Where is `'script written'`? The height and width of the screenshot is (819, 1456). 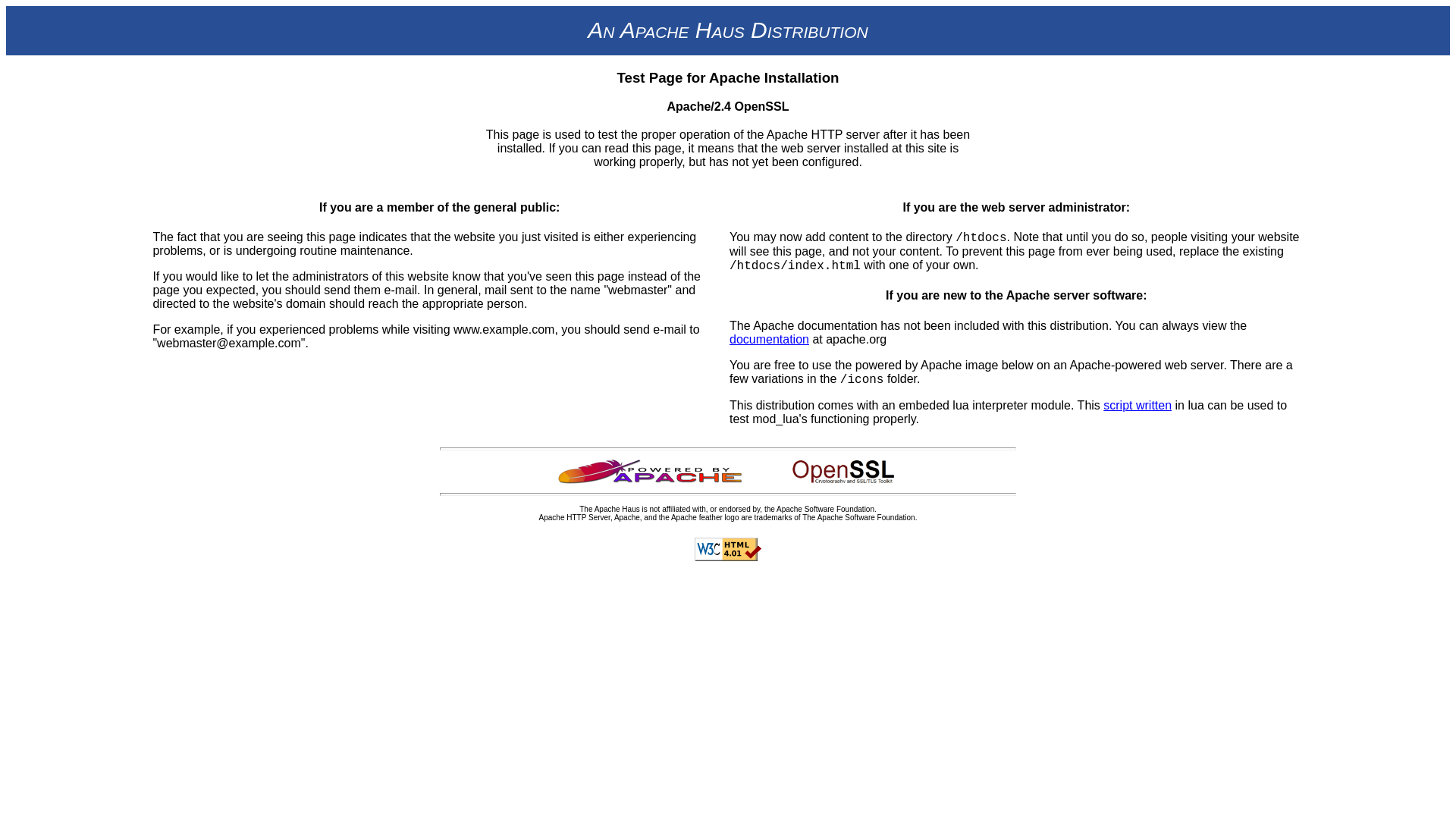
'script written' is located at coordinates (1103, 404).